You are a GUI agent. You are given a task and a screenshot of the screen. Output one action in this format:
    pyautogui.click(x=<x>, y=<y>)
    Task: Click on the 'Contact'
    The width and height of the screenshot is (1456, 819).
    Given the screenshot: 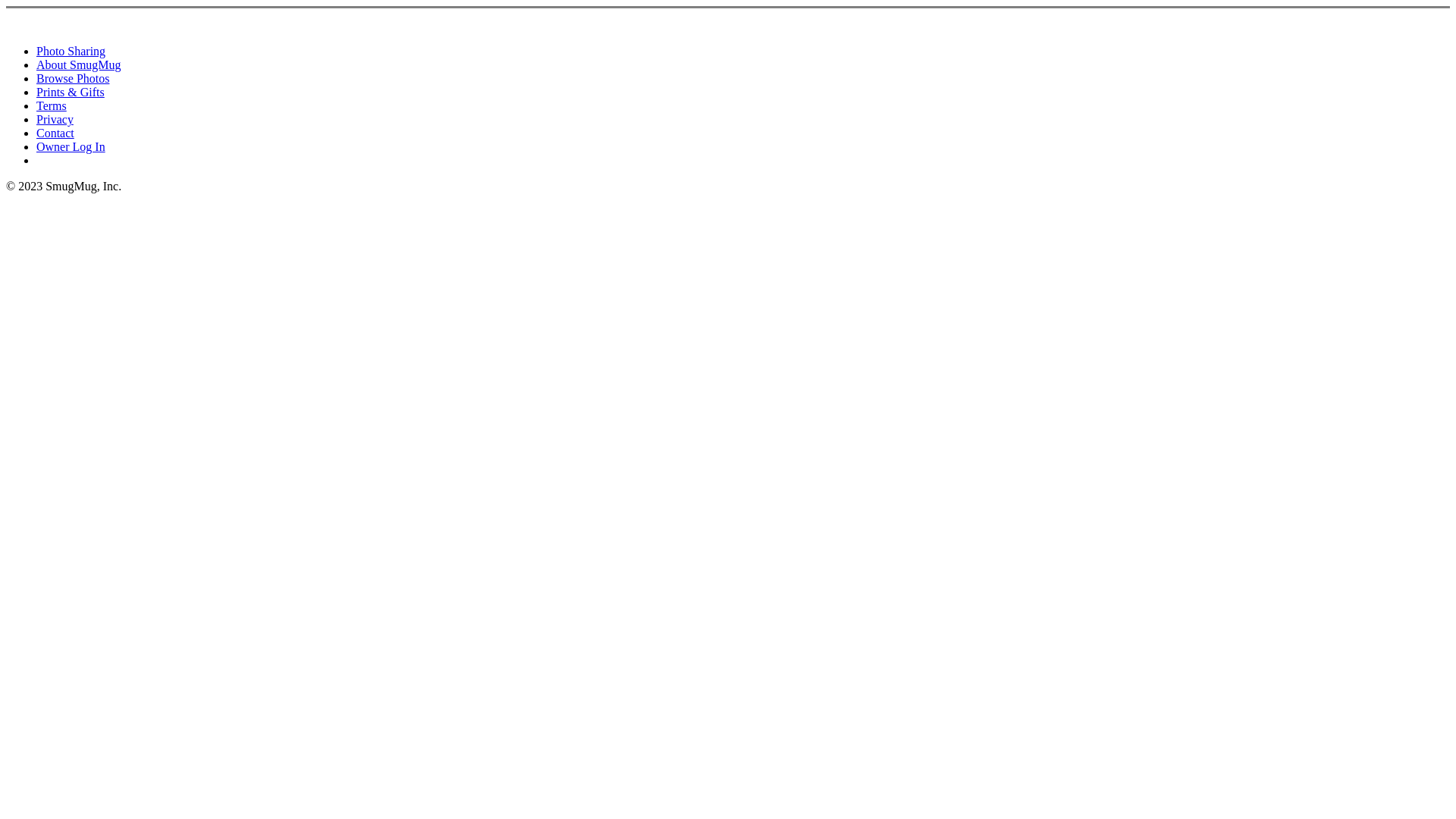 What is the action you would take?
    pyautogui.click(x=55, y=132)
    